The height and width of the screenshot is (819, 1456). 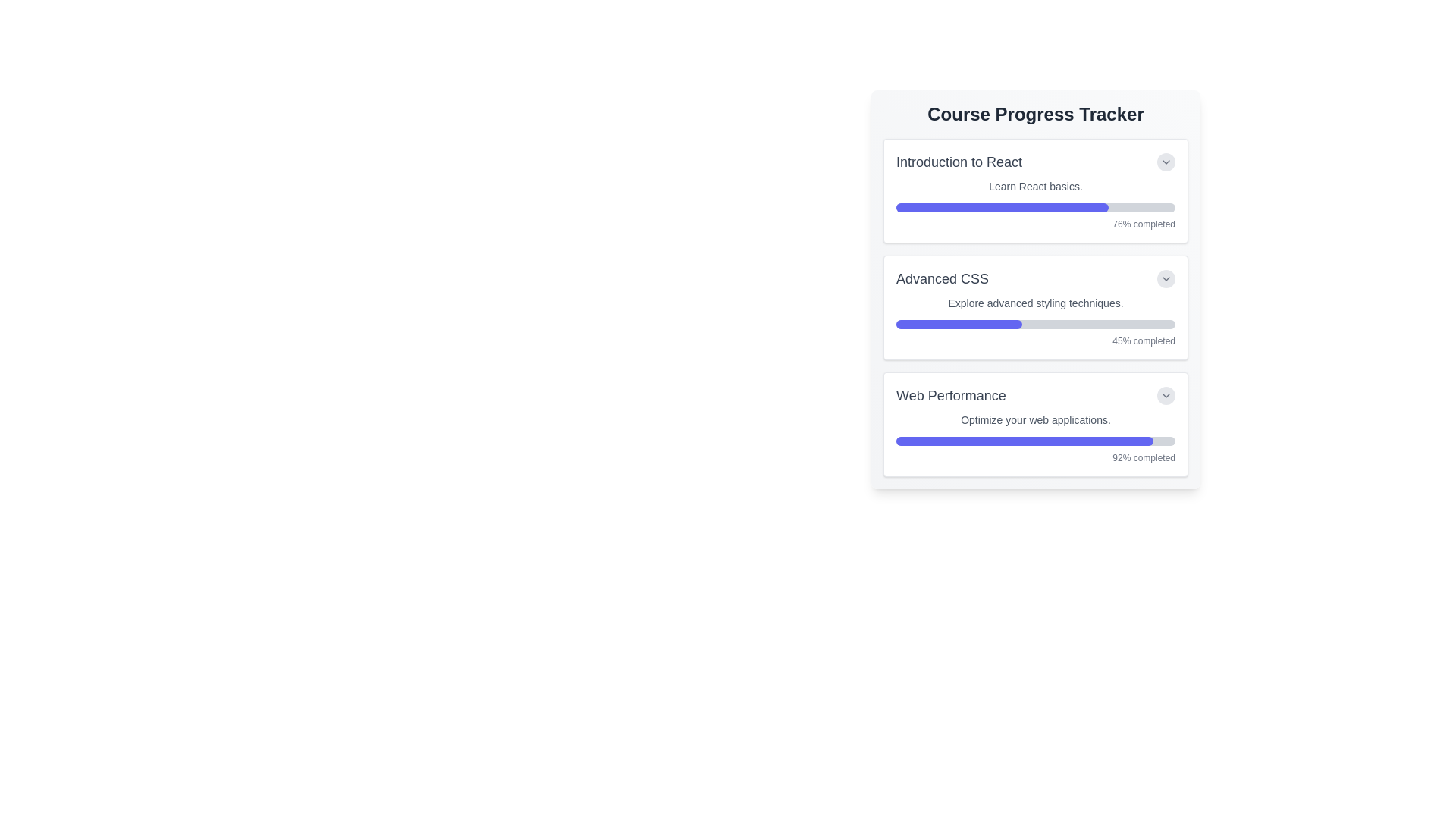 What do you see at coordinates (1002, 207) in the screenshot?
I see `the progress bar indicating 76% completion for the 'Introduction to React' course` at bounding box center [1002, 207].